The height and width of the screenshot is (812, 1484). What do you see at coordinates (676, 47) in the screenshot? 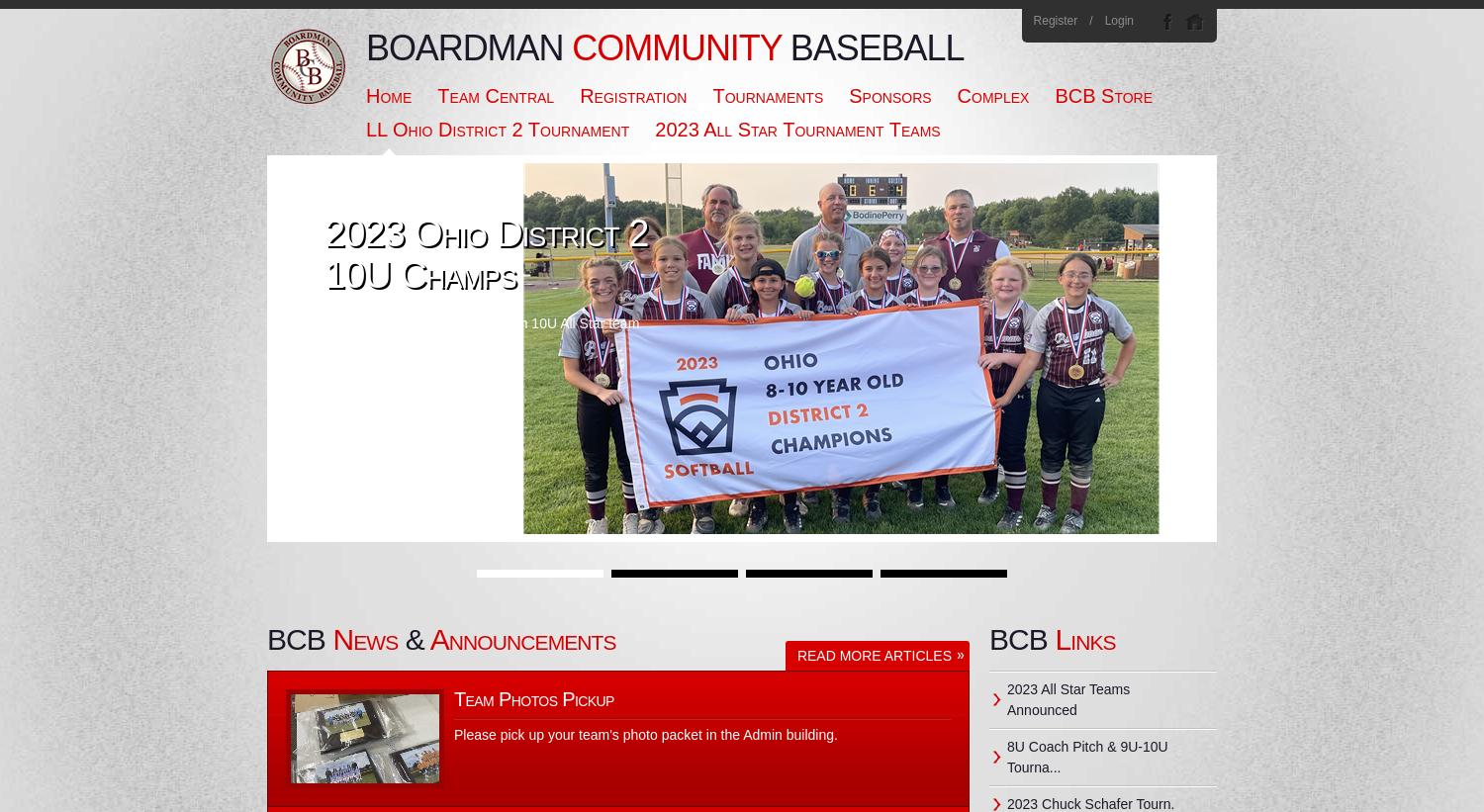
I see `'Community'` at bounding box center [676, 47].